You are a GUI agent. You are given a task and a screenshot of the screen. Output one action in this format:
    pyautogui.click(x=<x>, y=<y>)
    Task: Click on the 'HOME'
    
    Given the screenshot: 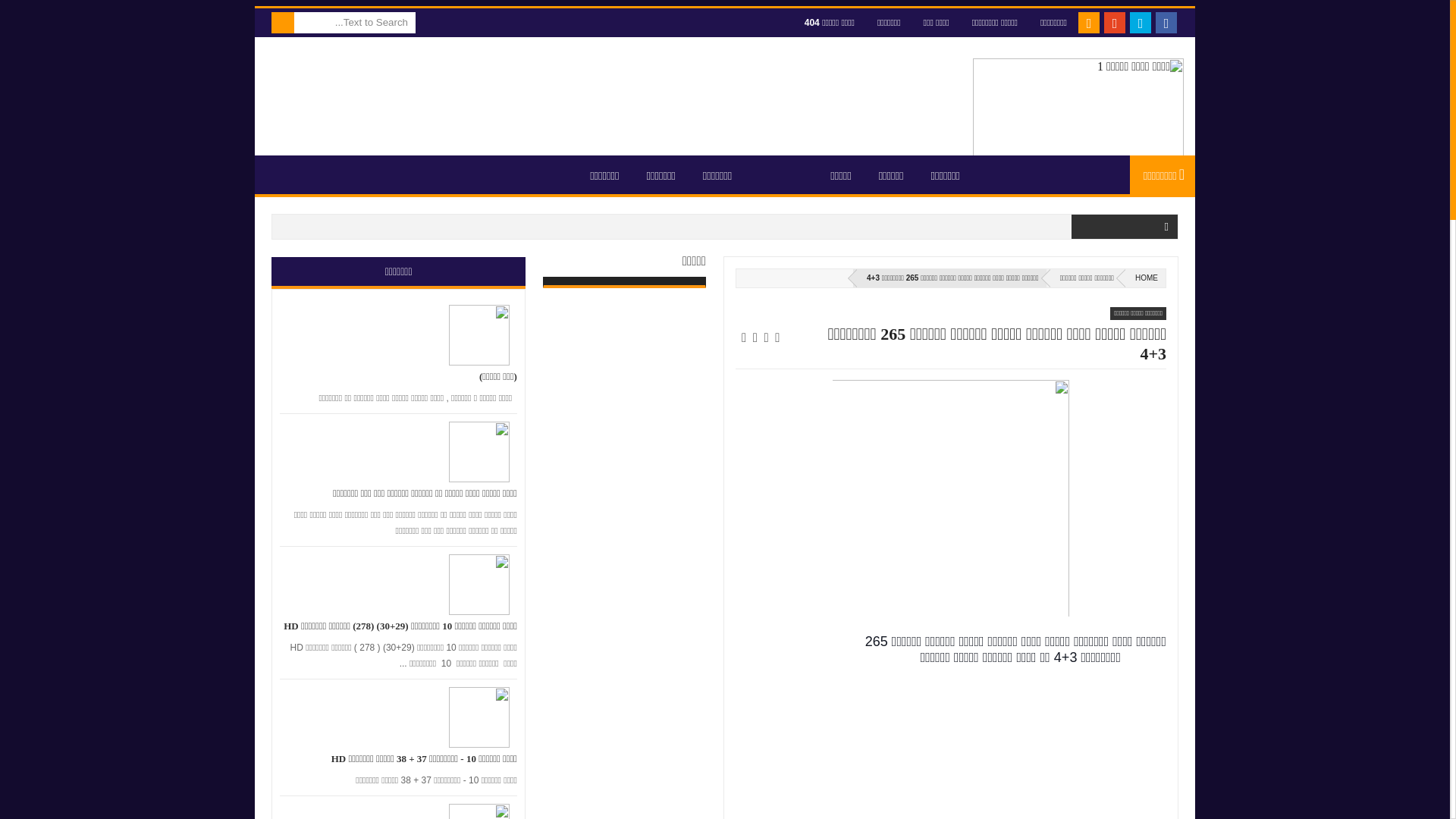 What is the action you would take?
    pyautogui.click(x=1143, y=278)
    